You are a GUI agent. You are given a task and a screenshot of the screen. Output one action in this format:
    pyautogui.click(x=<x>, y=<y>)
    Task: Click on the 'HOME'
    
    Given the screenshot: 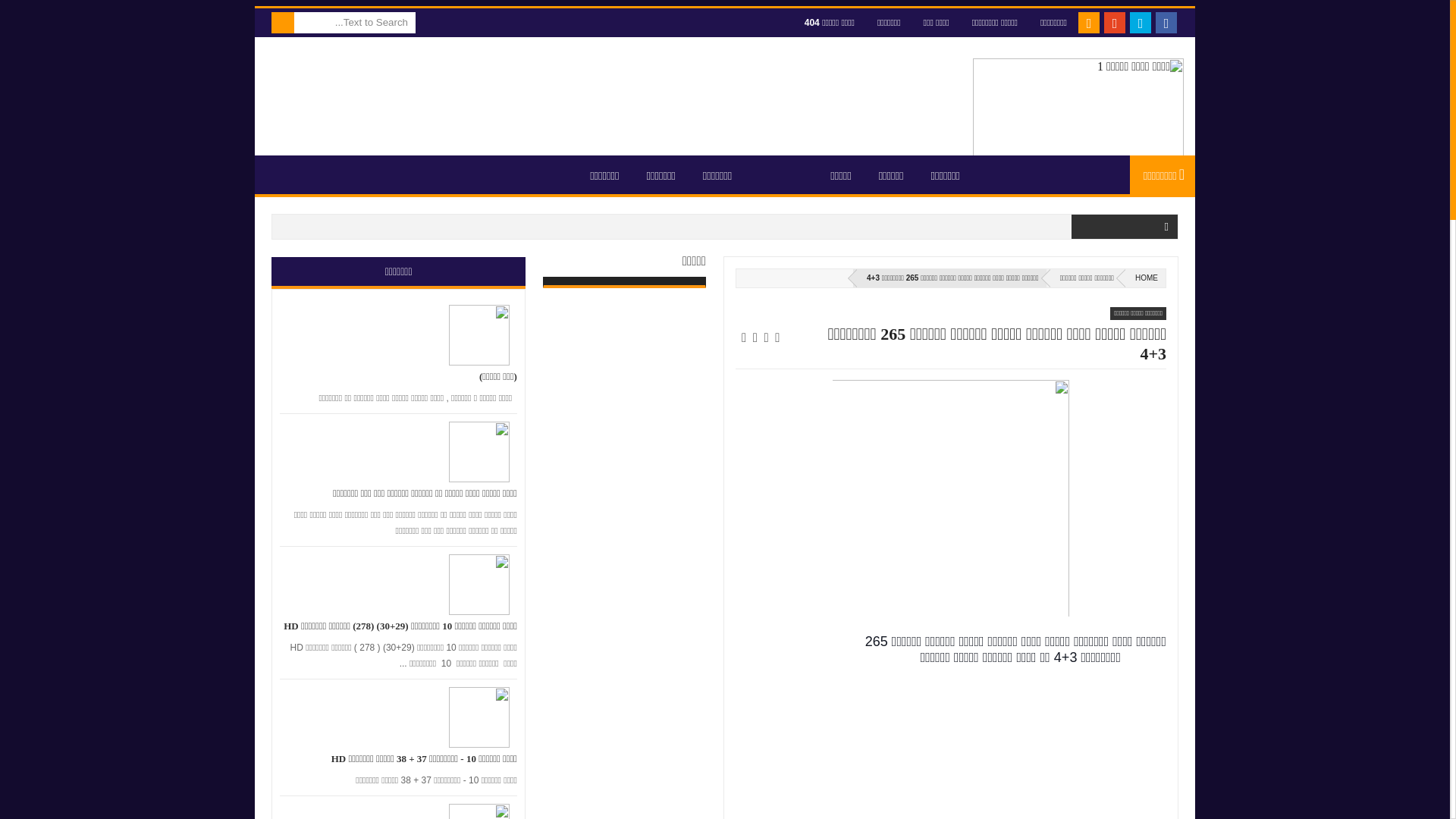 What is the action you would take?
    pyautogui.click(x=1143, y=278)
    